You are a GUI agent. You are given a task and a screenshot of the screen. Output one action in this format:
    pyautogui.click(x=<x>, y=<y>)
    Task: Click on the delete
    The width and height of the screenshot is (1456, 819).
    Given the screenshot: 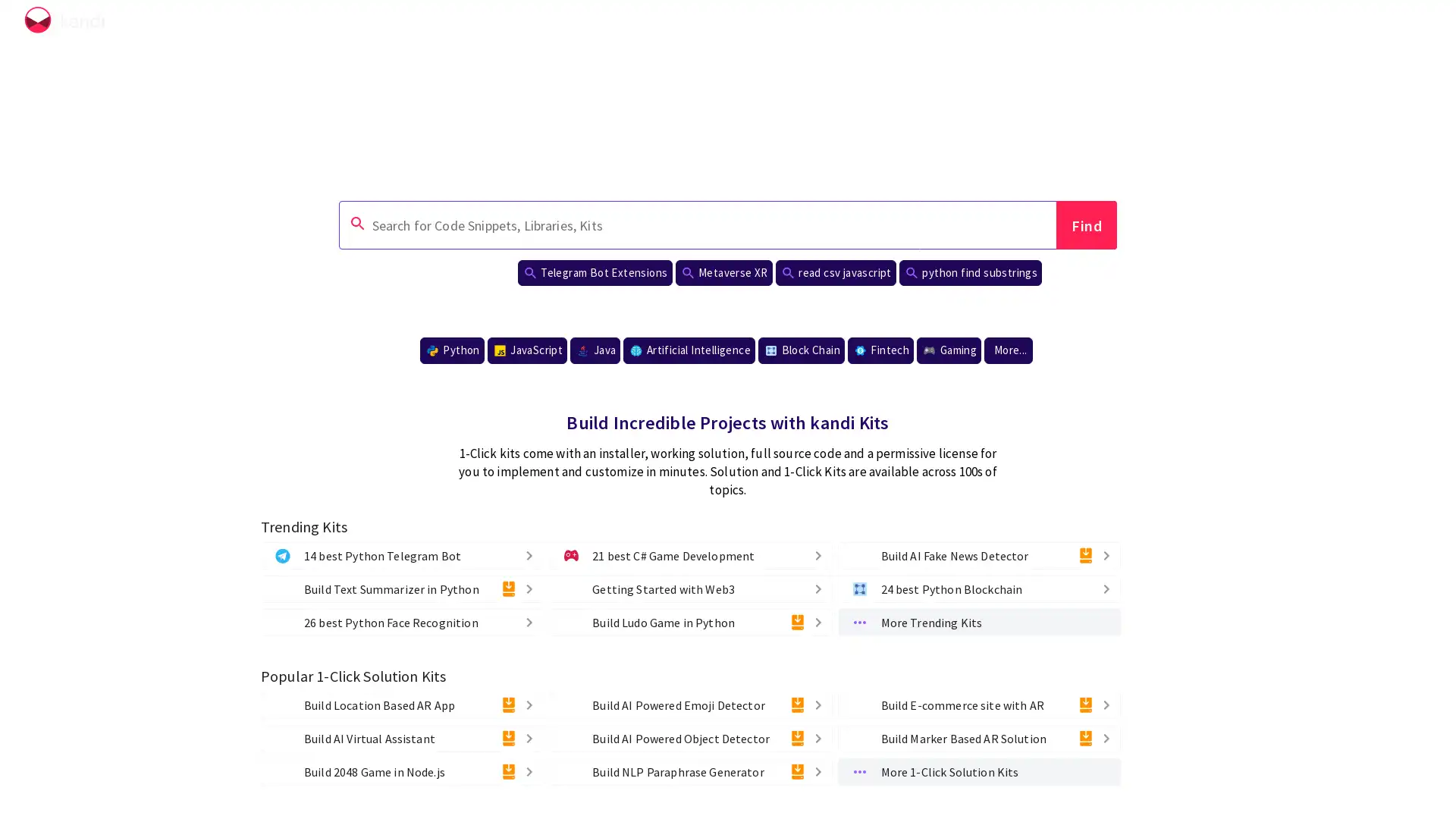 What is the action you would take?
    pyautogui.click(x=805, y=587)
    